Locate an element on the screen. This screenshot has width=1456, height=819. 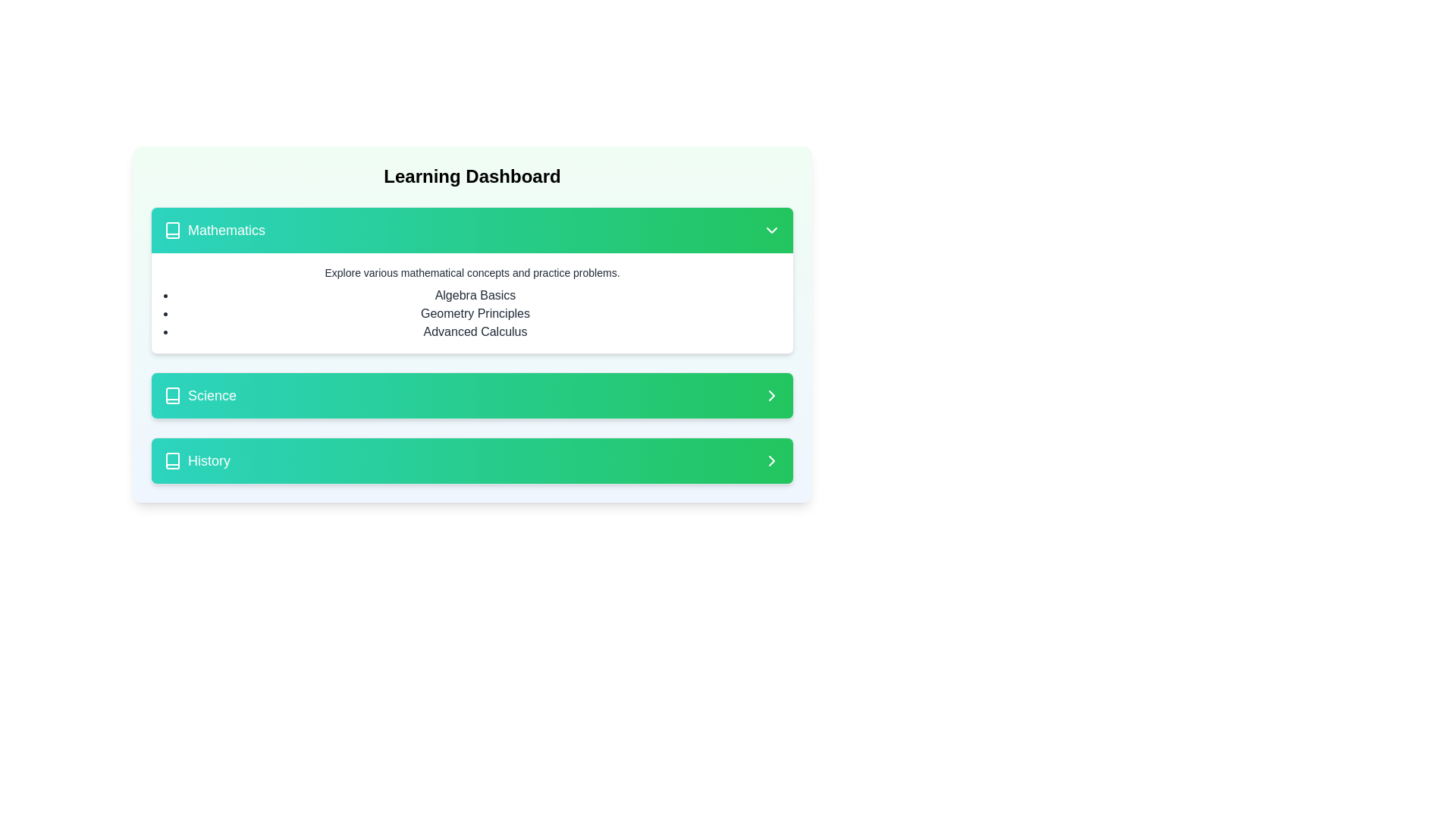
the book icon located to the left of the 'History' text in the green rectangular section labeled 'History' is located at coordinates (172, 460).